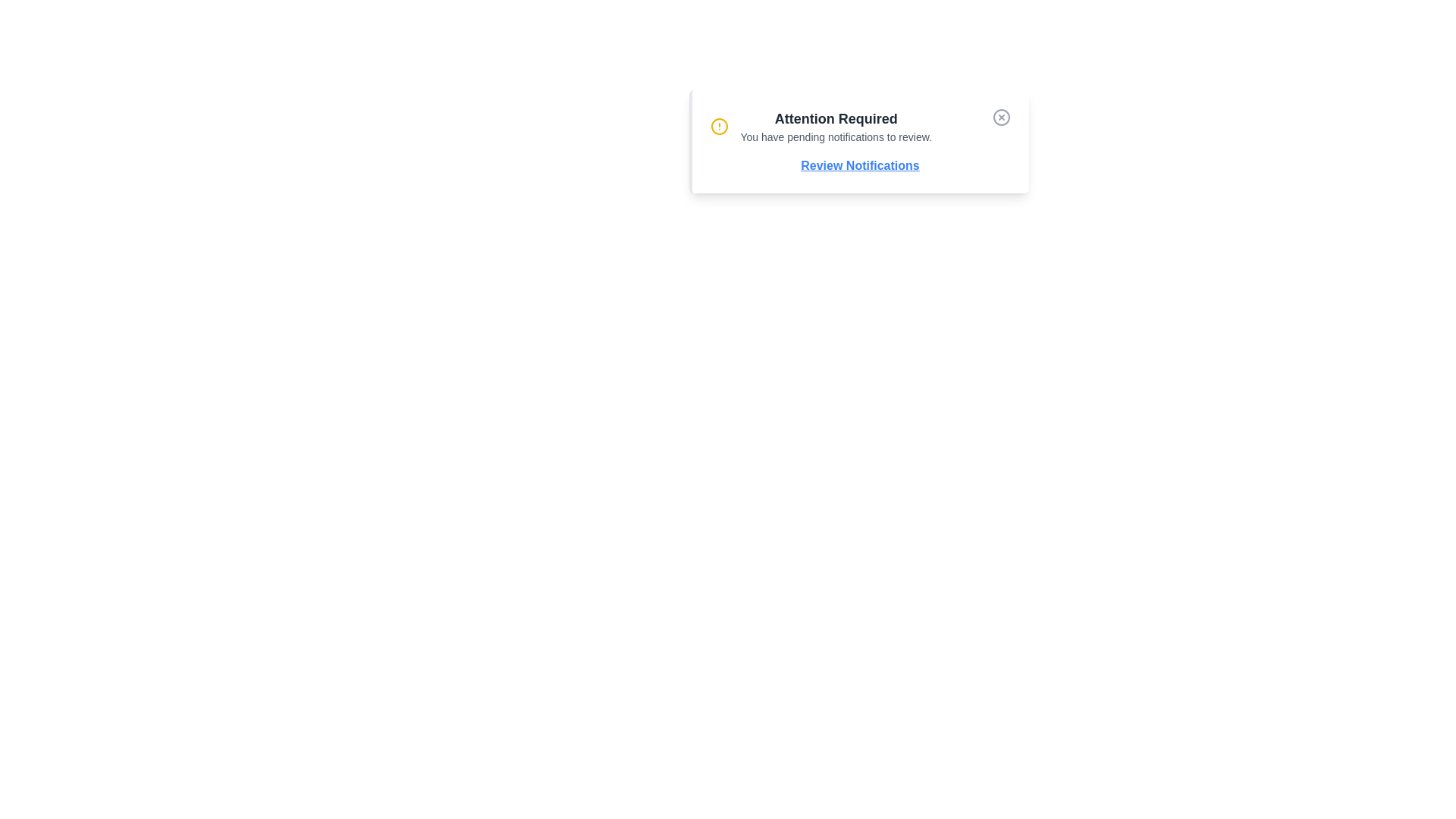 The height and width of the screenshot is (819, 1456). I want to click on the outermost SVG circle component that visually attracts attention to the notification, located to the left of the text 'Attention Required.', so click(718, 125).